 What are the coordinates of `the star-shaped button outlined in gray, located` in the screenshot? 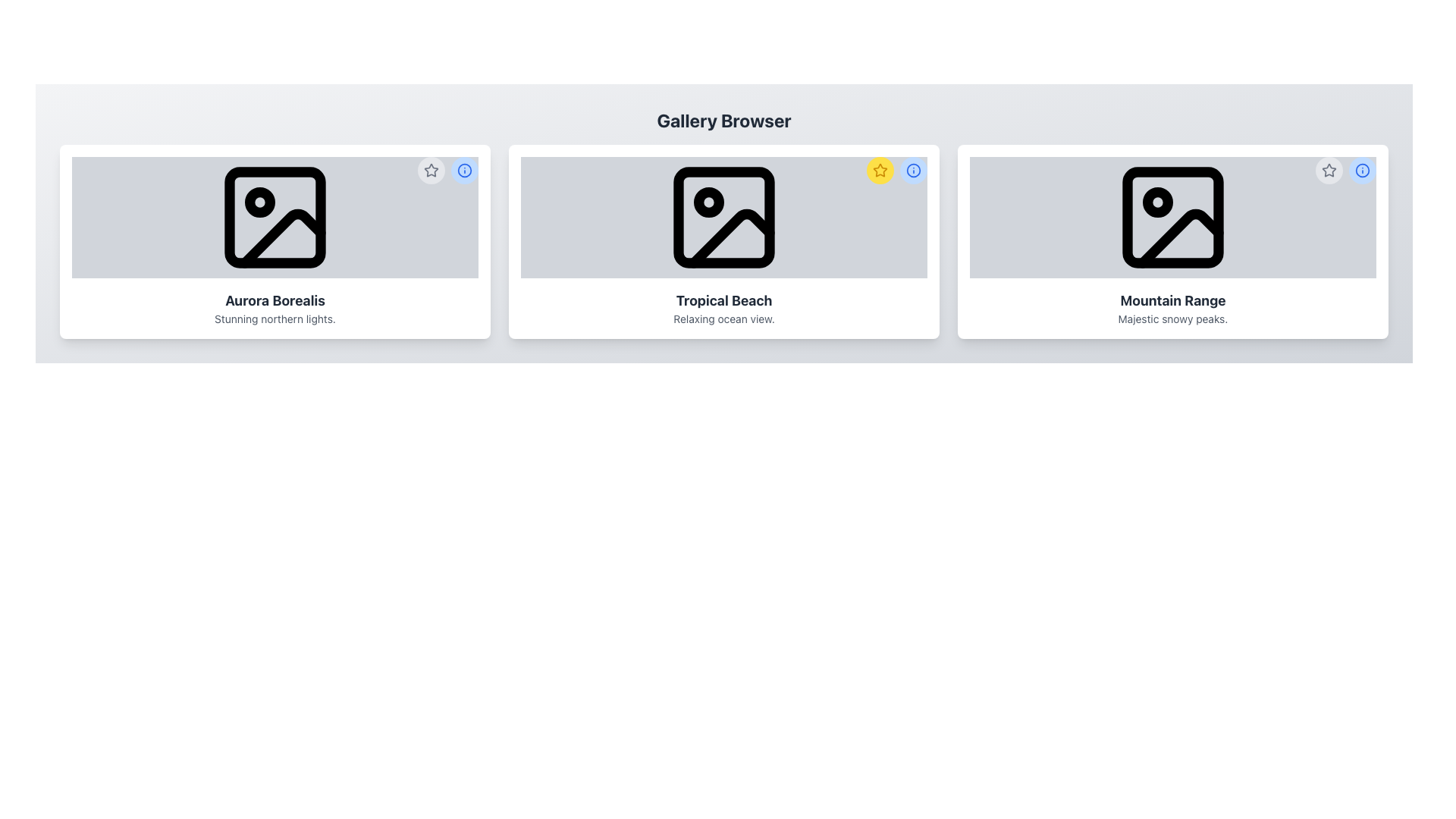 It's located at (431, 170).